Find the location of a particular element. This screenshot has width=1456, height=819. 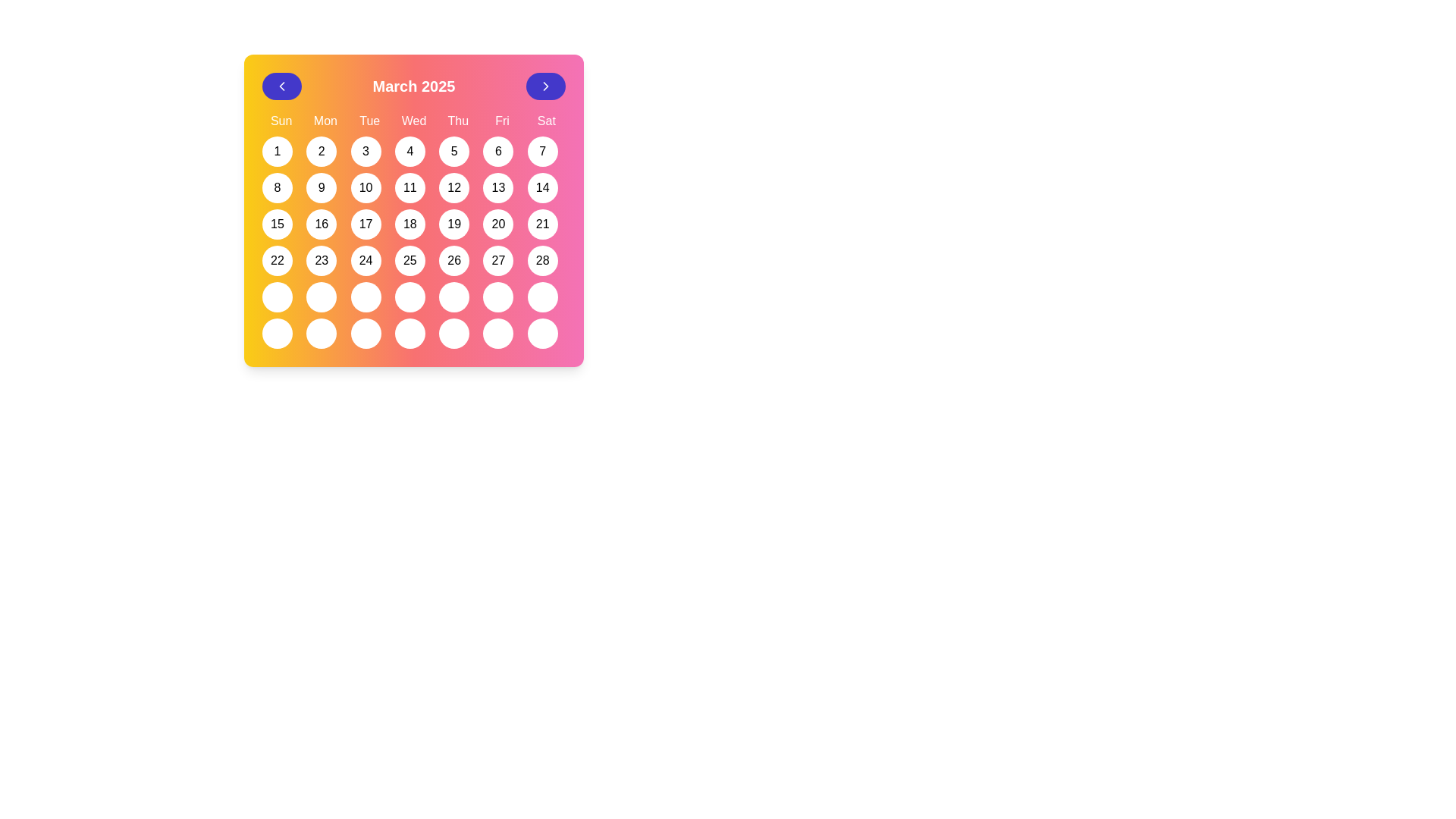

the button representing the date '5' in the calendar grid is located at coordinates (453, 152).